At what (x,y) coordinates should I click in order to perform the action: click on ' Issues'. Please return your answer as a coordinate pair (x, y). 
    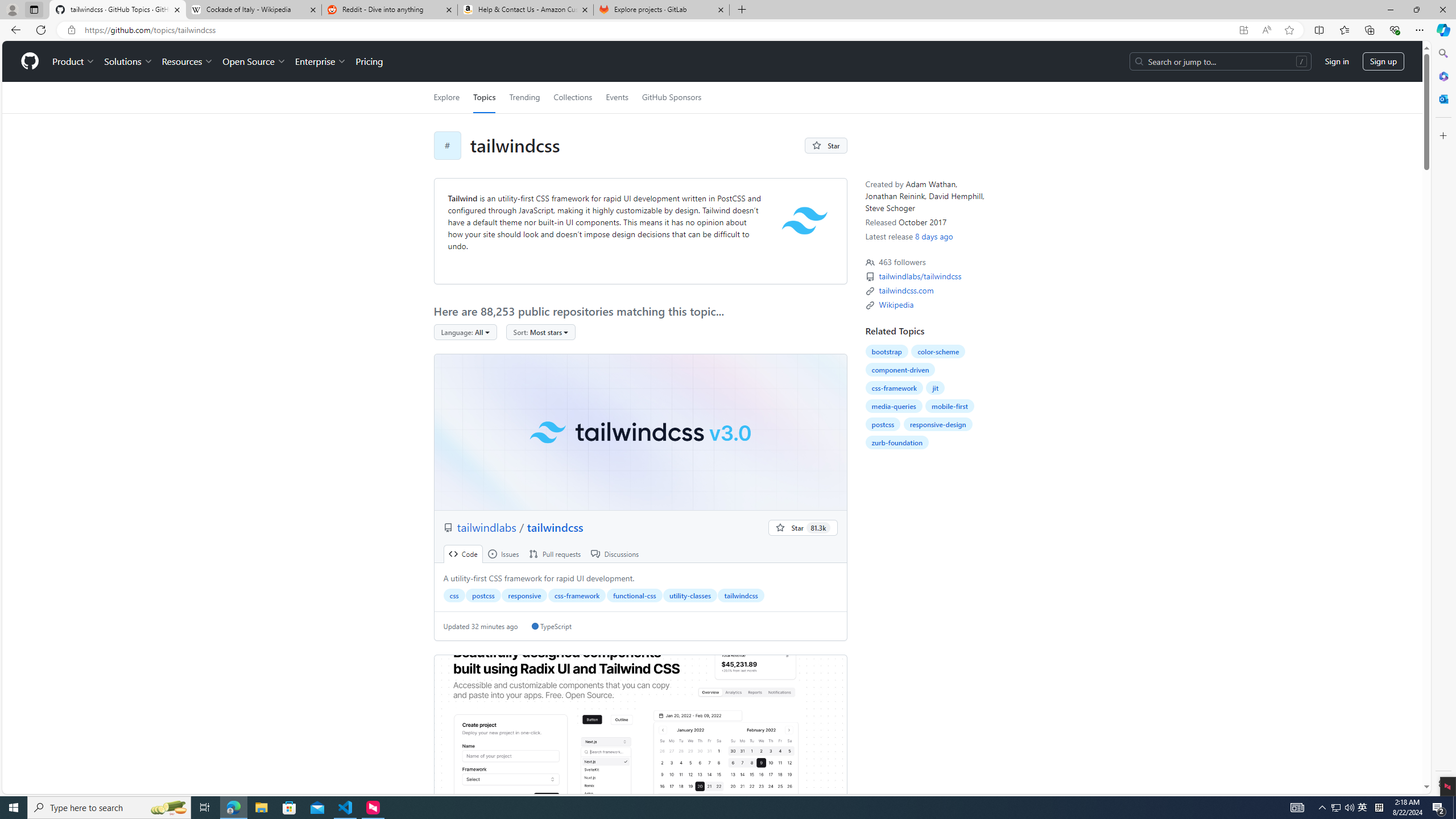
    Looking at the image, I should click on (503, 553).